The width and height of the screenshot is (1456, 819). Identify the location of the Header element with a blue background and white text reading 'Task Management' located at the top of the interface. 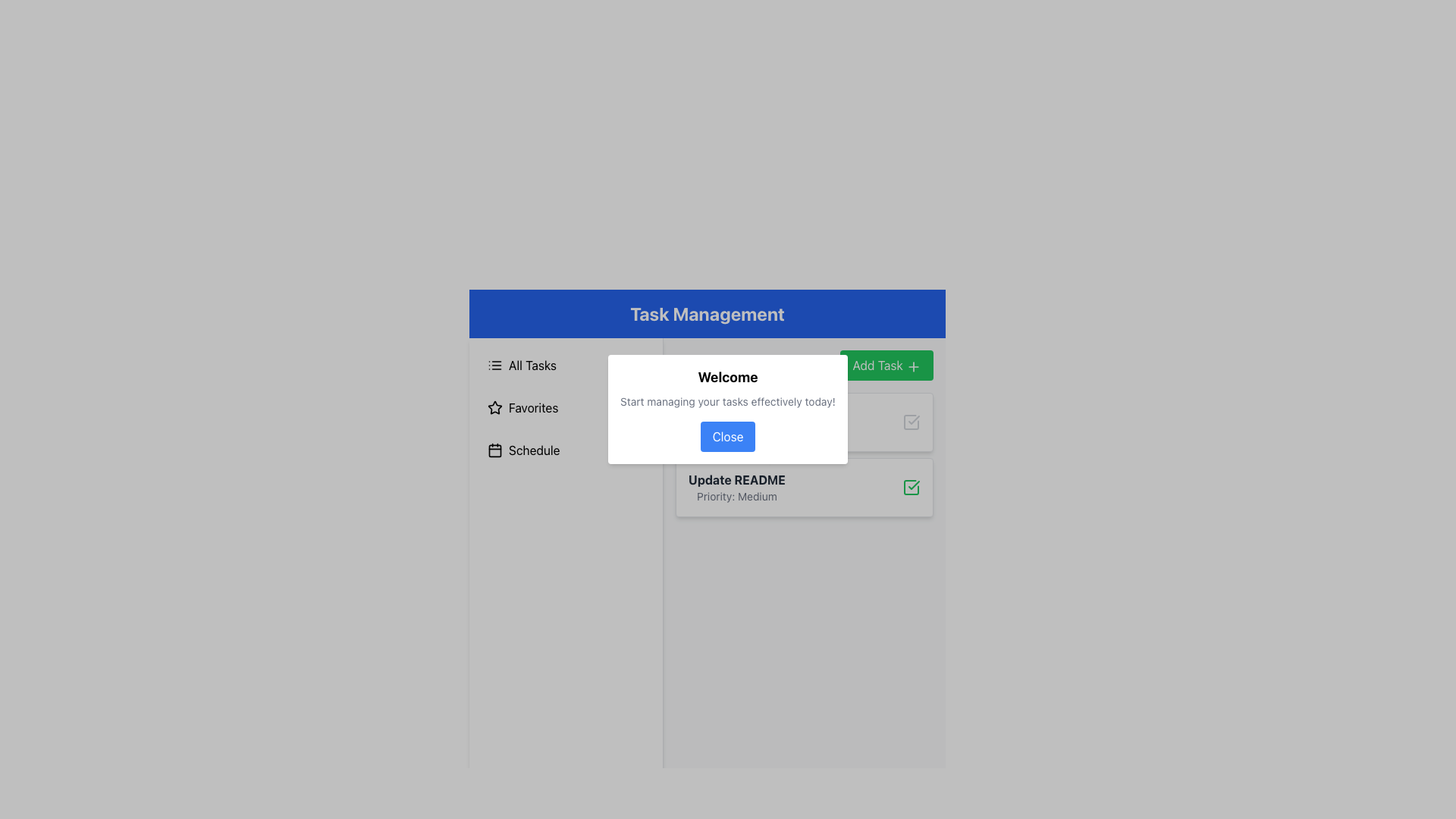
(706, 312).